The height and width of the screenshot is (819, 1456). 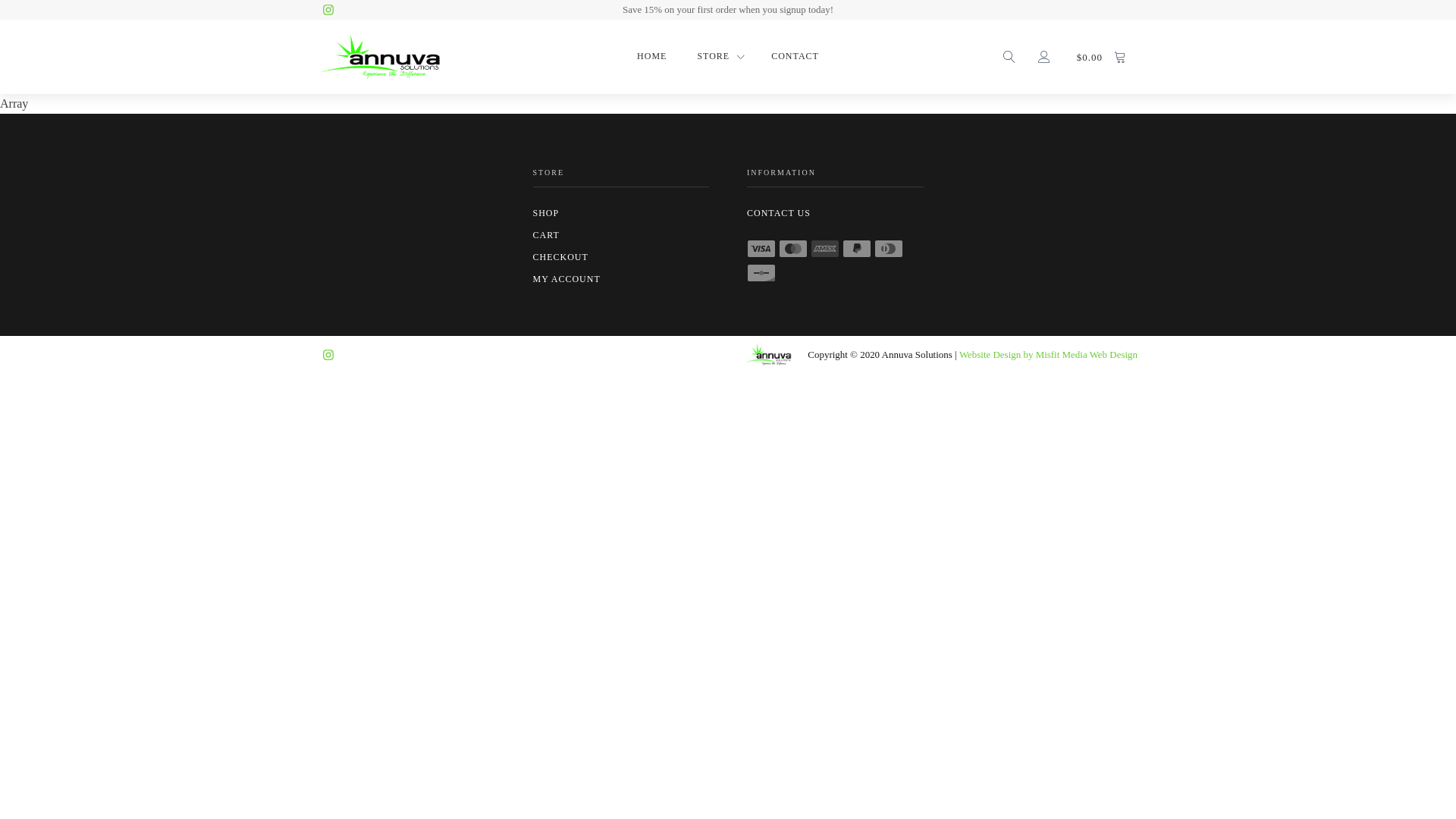 I want to click on 'CHECKOUT', so click(x=532, y=256).